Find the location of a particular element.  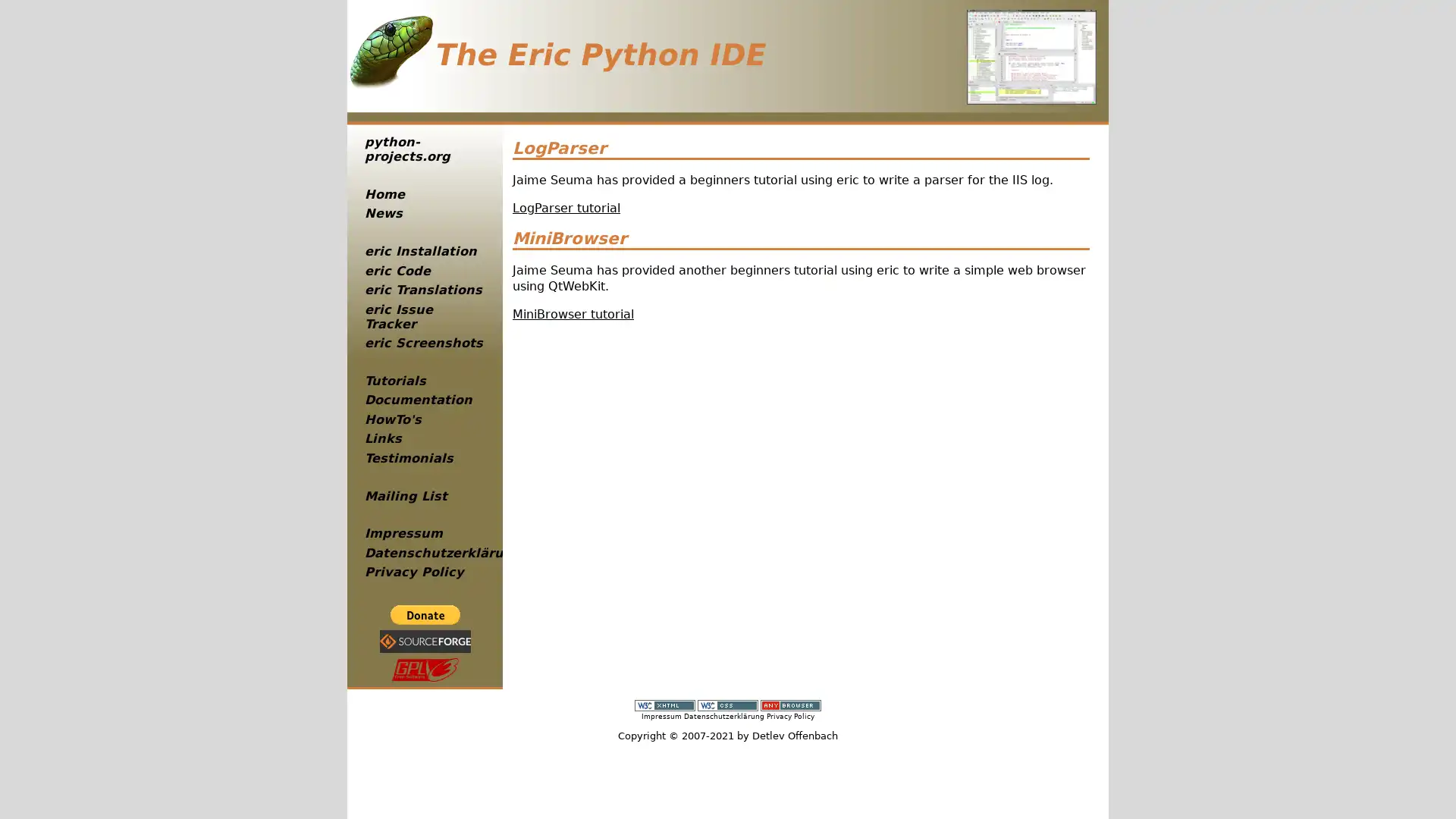

PayPal - The safer, easier way to pay online! is located at coordinates (425, 614).